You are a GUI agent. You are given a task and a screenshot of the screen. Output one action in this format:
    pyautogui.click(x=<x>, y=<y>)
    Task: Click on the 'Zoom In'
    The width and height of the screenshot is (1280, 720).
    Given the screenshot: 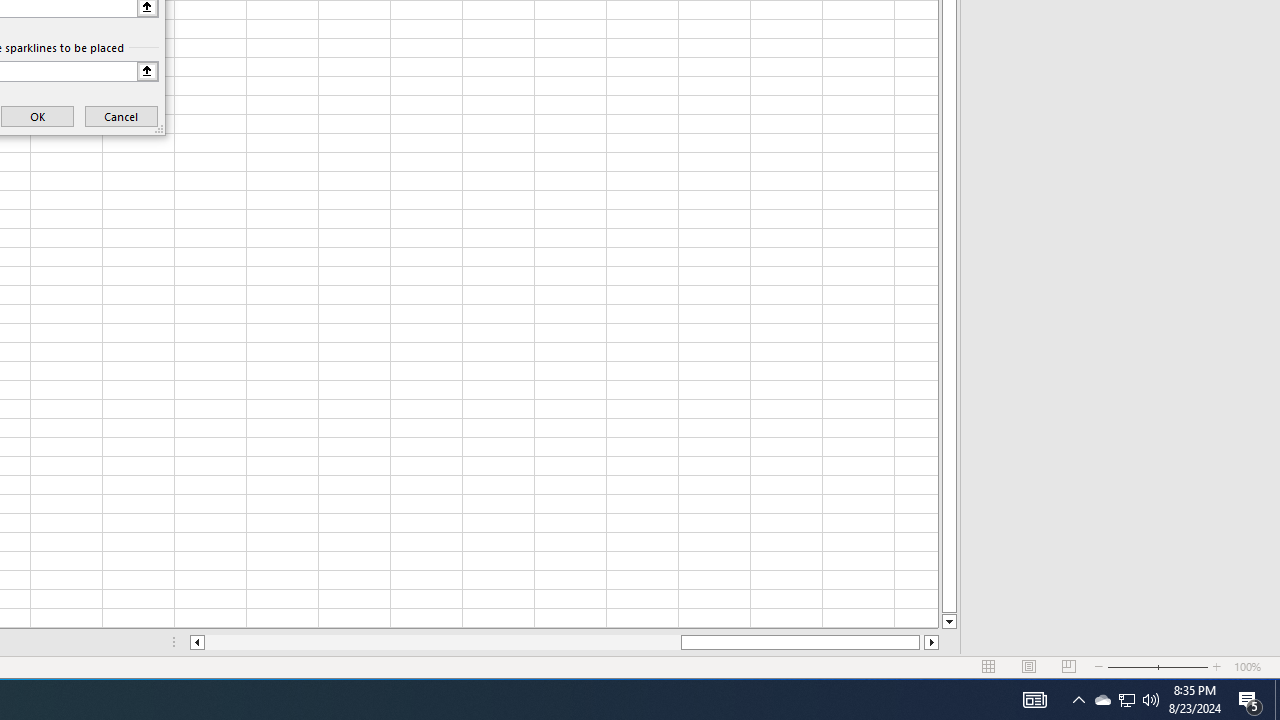 What is the action you would take?
    pyautogui.click(x=1216, y=667)
    